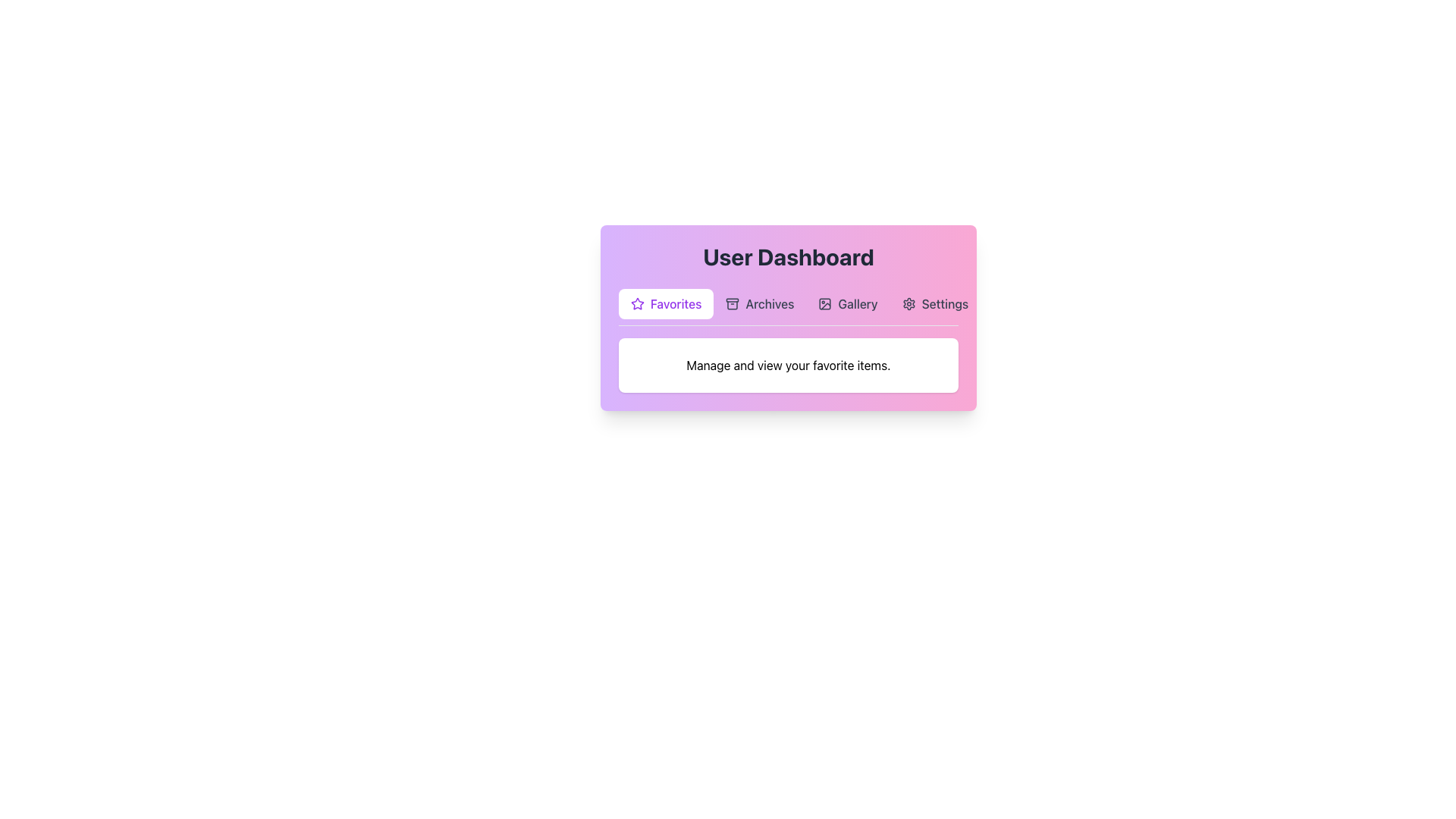 This screenshot has height=819, width=1456. I want to click on the 'Settings' icon located at the top-right of the dashboard, so click(908, 304).